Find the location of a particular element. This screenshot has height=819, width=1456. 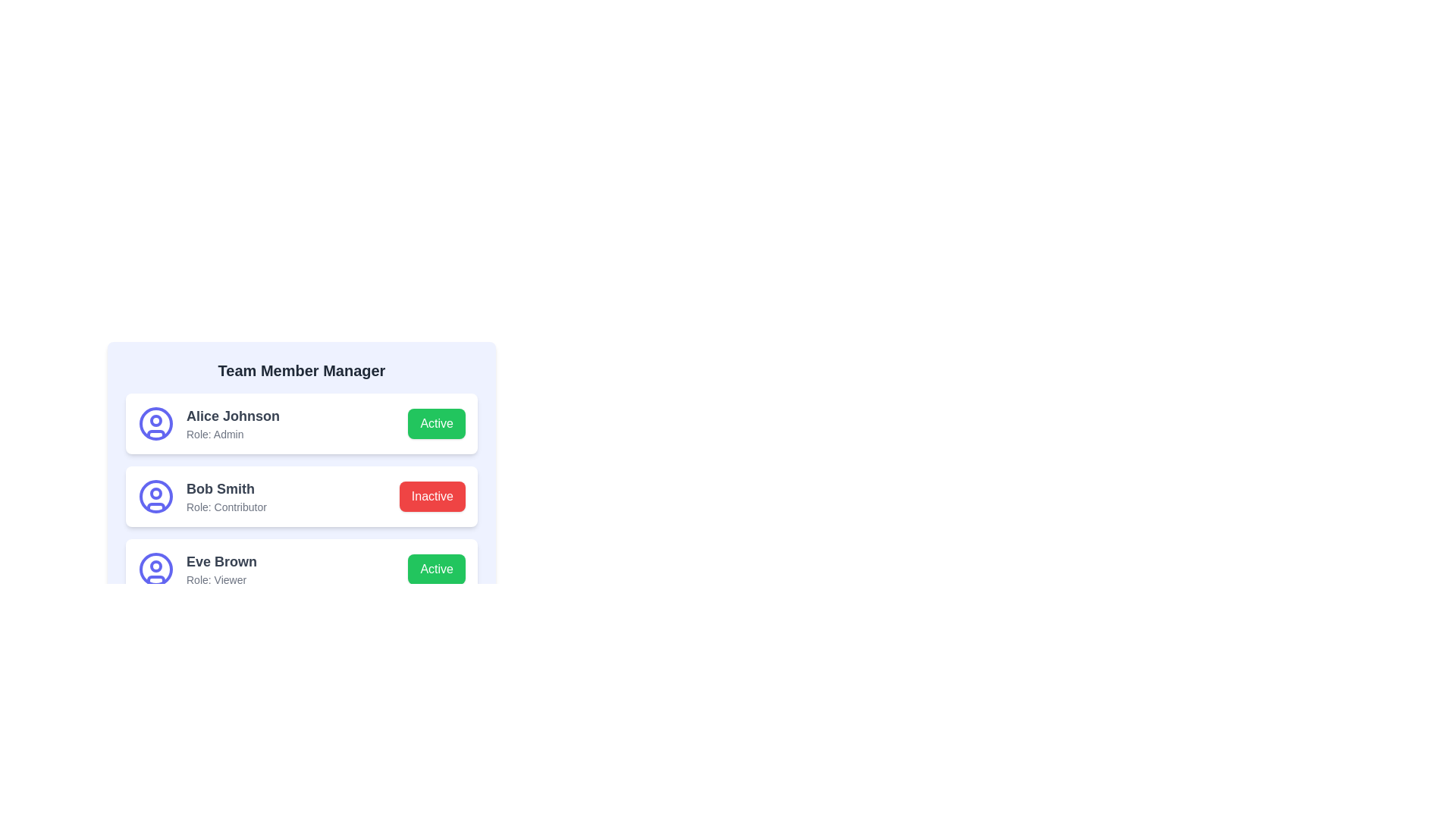

the team member's profile entry located at the center of the list, which provides details about the member's name, role, and status is located at coordinates (302, 497).